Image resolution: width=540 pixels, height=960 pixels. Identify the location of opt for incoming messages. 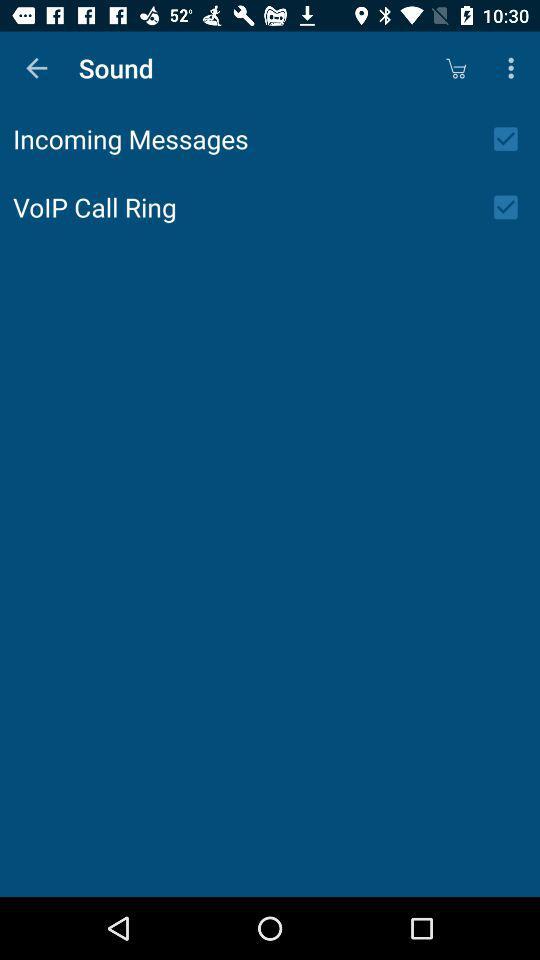
(512, 138).